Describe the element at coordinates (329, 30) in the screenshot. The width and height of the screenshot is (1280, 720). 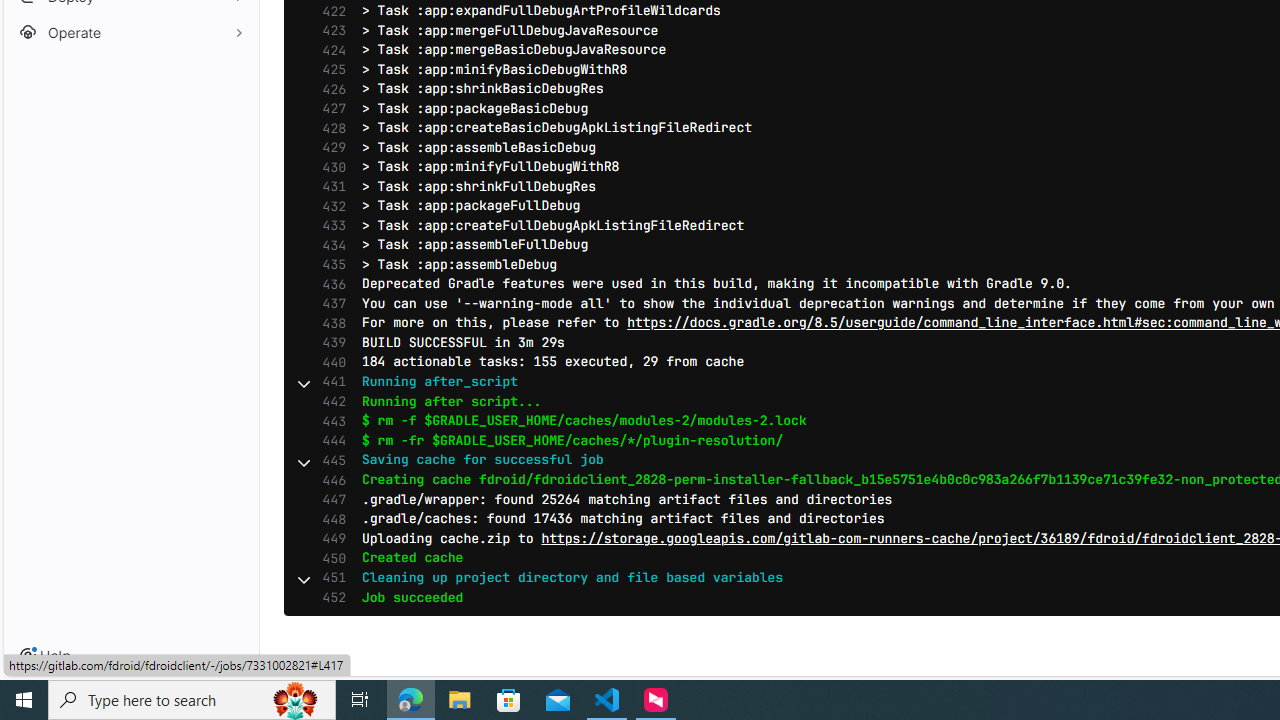
I see `'423'` at that location.